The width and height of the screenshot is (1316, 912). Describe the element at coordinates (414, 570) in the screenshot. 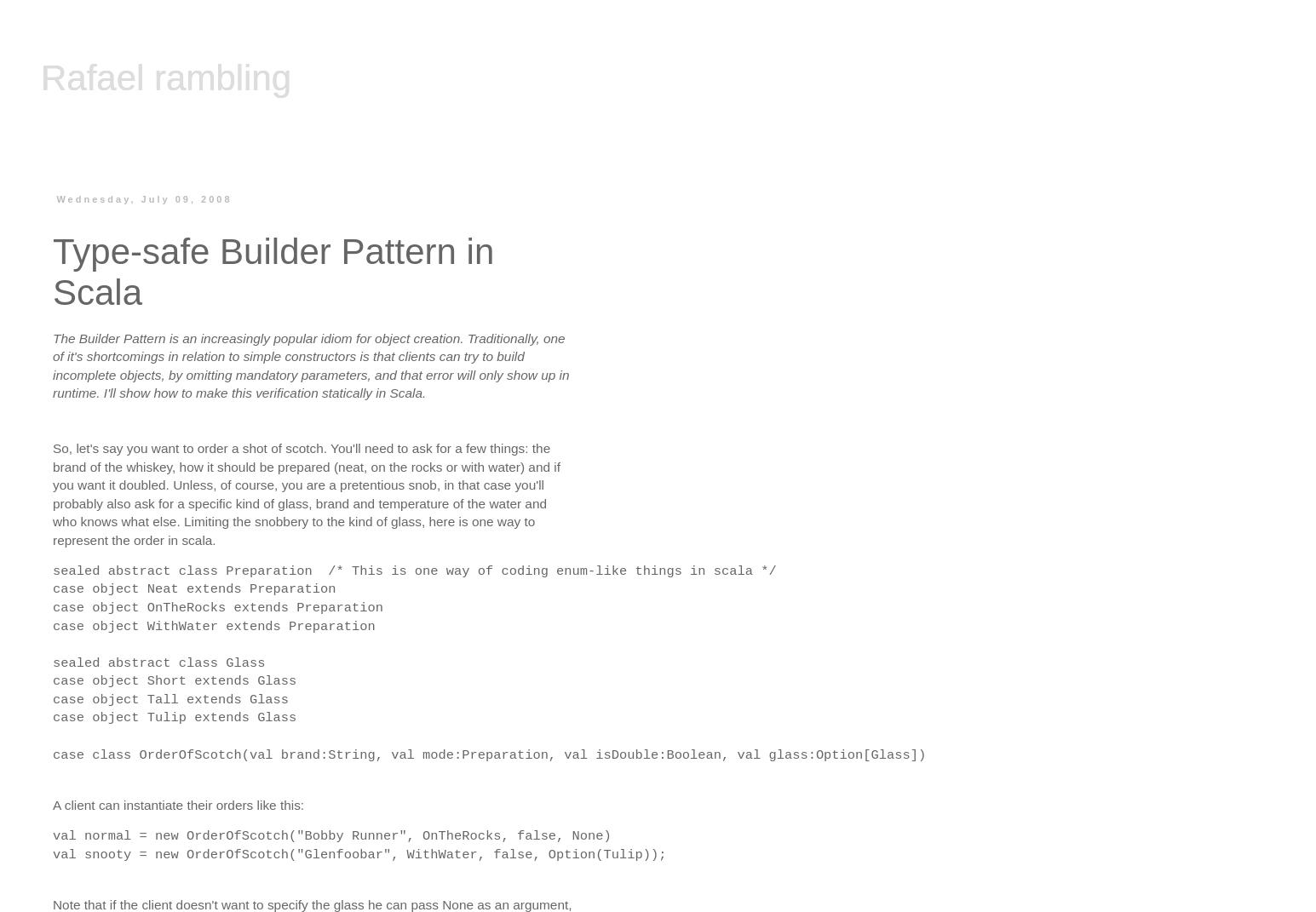

I see `'sealed abstract class Preparation  /* This is one way of coding enum-like things in scala */'` at that location.